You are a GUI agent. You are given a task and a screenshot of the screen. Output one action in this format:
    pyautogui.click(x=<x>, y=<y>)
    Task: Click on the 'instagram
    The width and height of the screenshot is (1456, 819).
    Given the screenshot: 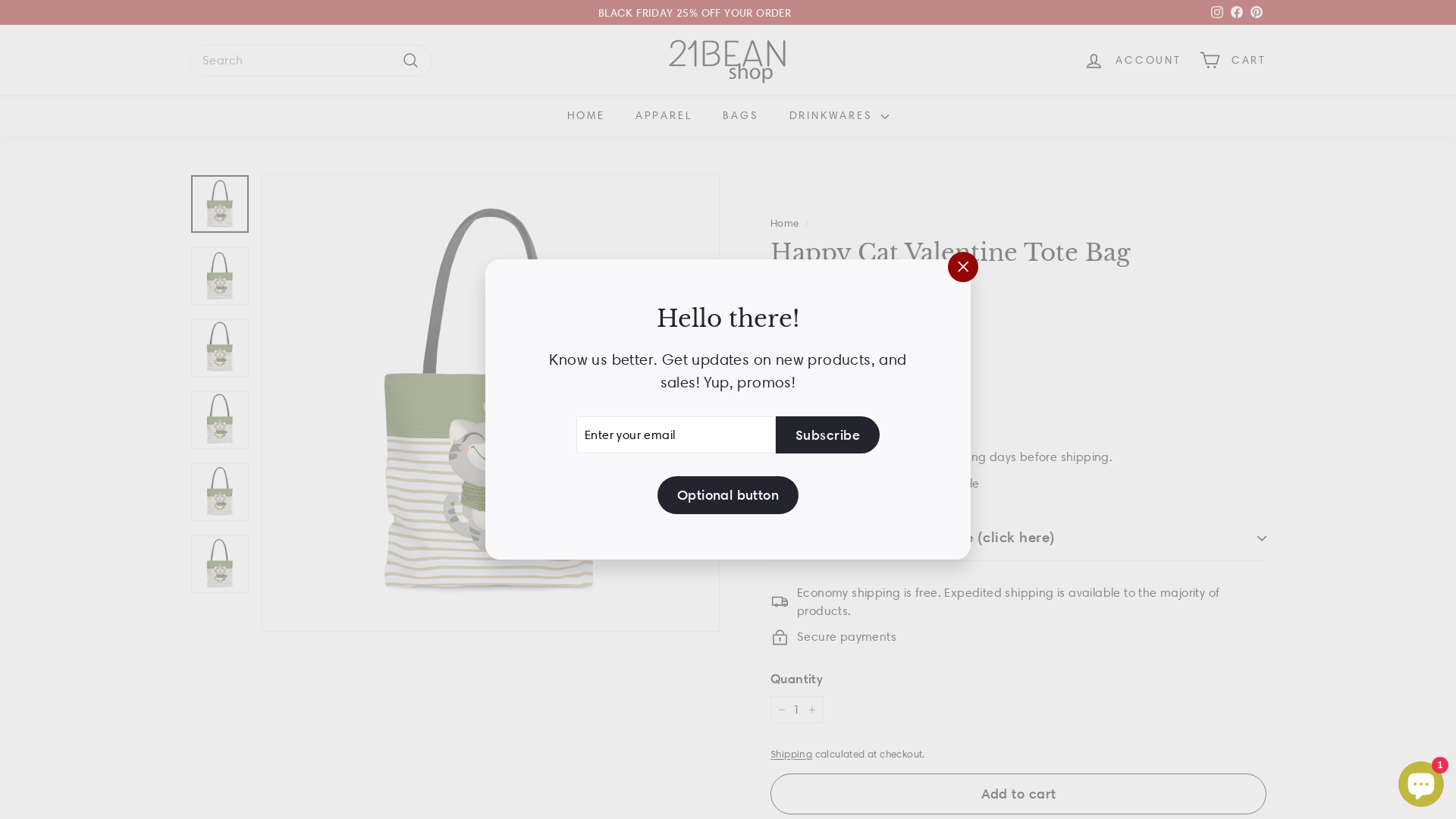 What is the action you would take?
    pyautogui.click(x=1216, y=11)
    